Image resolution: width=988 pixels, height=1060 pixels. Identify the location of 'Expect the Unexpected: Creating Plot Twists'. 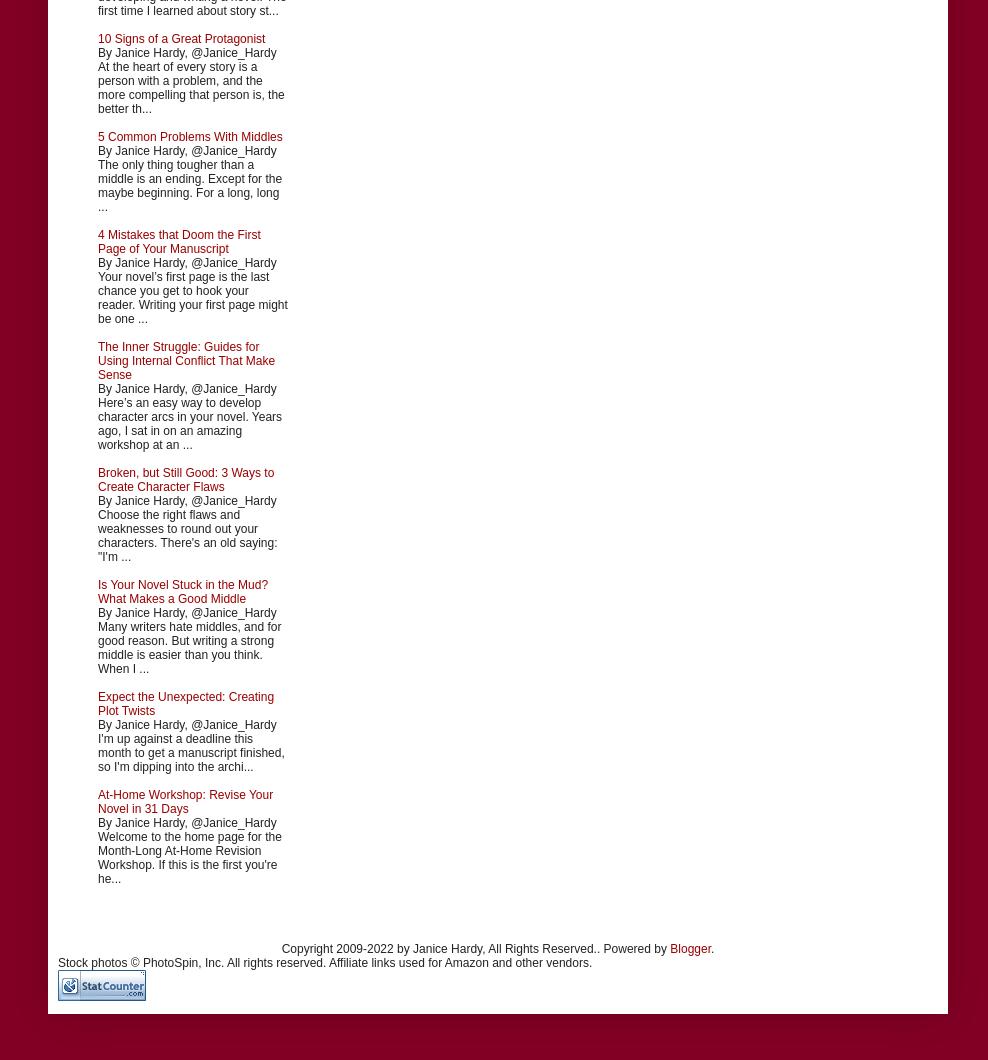
(186, 701).